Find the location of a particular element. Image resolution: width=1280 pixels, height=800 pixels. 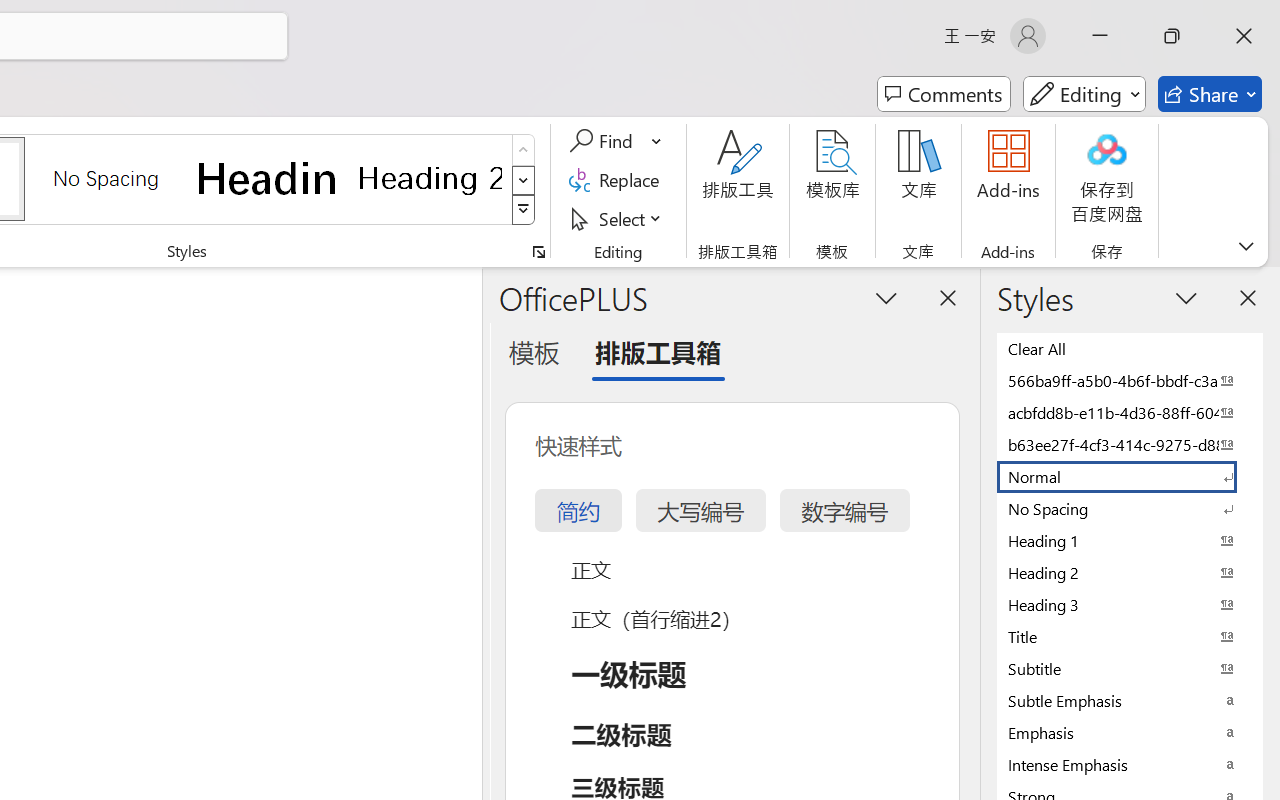

'Heading 3' is located at coordinates (1130, 604).